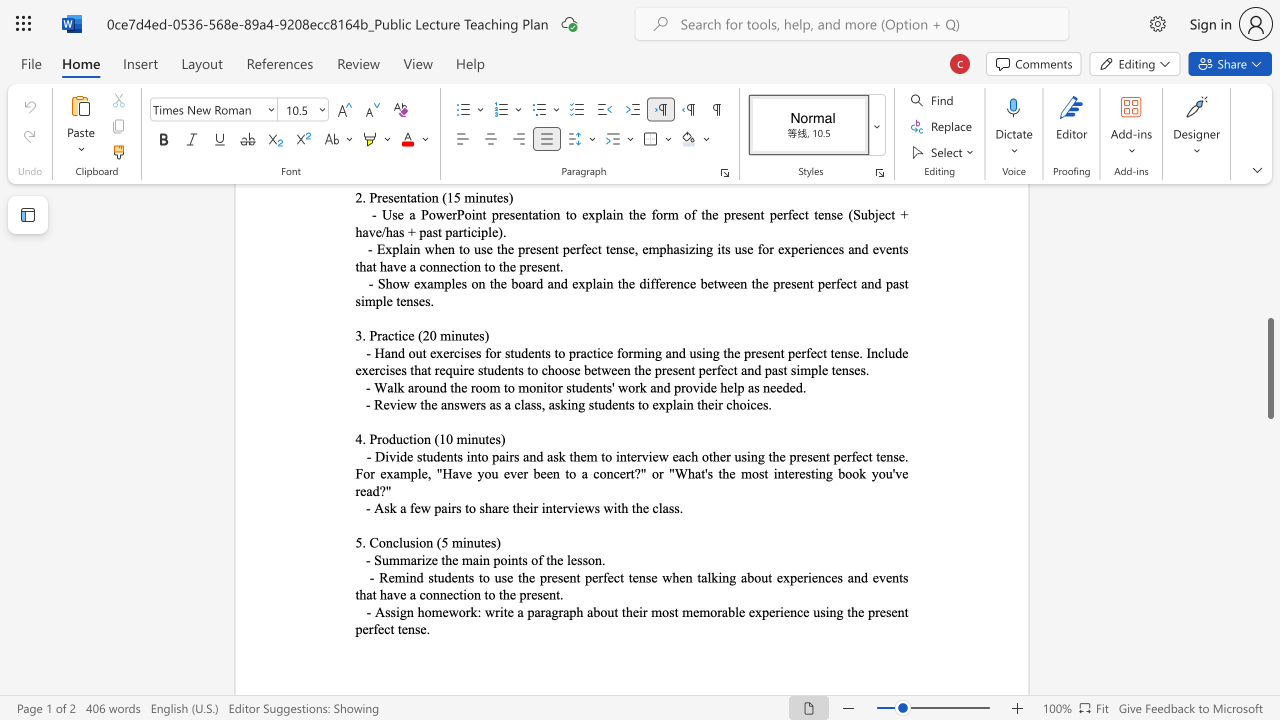  What do you see at coordinates (457, 507) in the screenshot?
I see `the 2th character "s" in the text` at bounding box center [457, 507].